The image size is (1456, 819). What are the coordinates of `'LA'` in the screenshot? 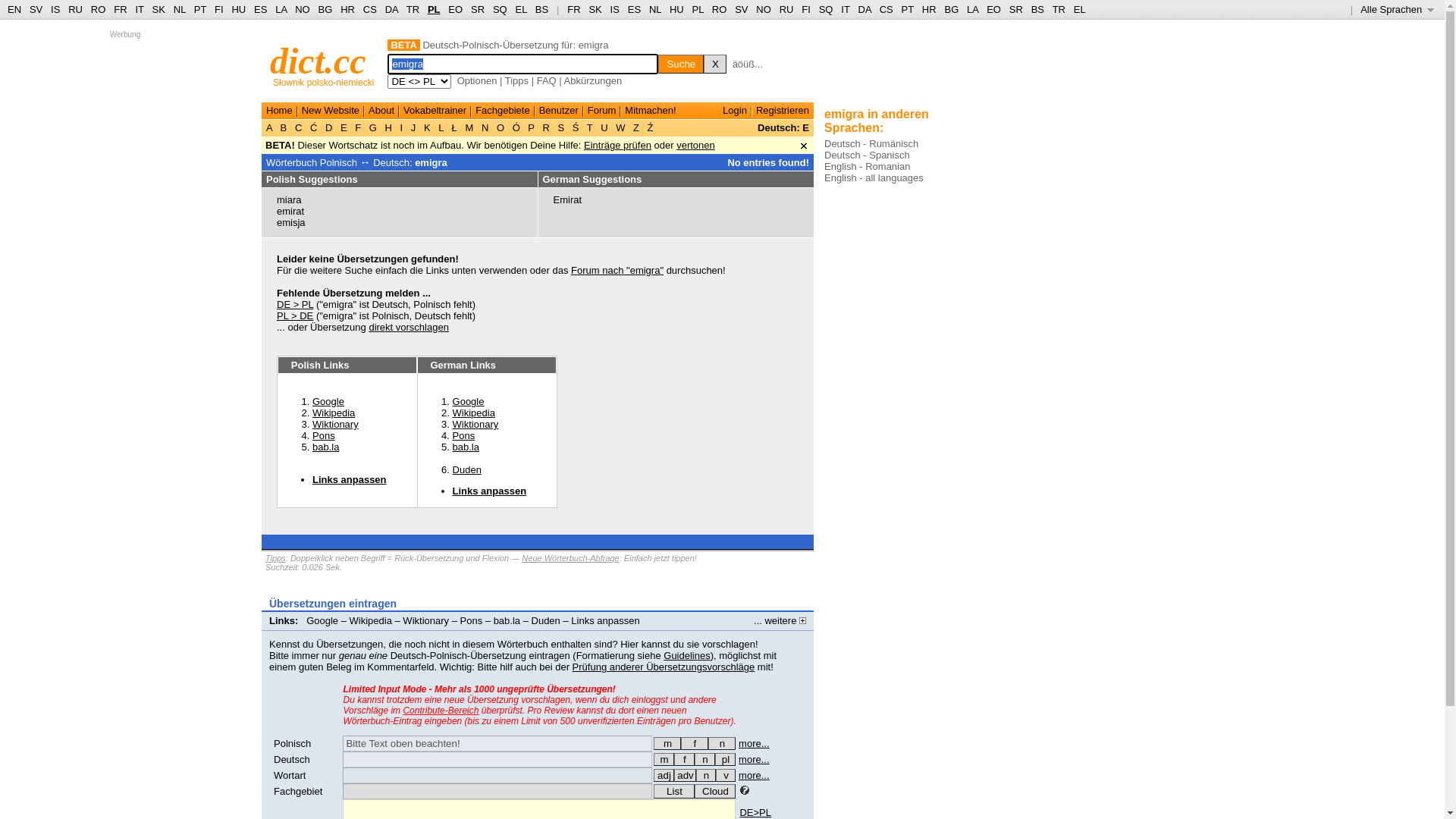 It's located at (281, 9).